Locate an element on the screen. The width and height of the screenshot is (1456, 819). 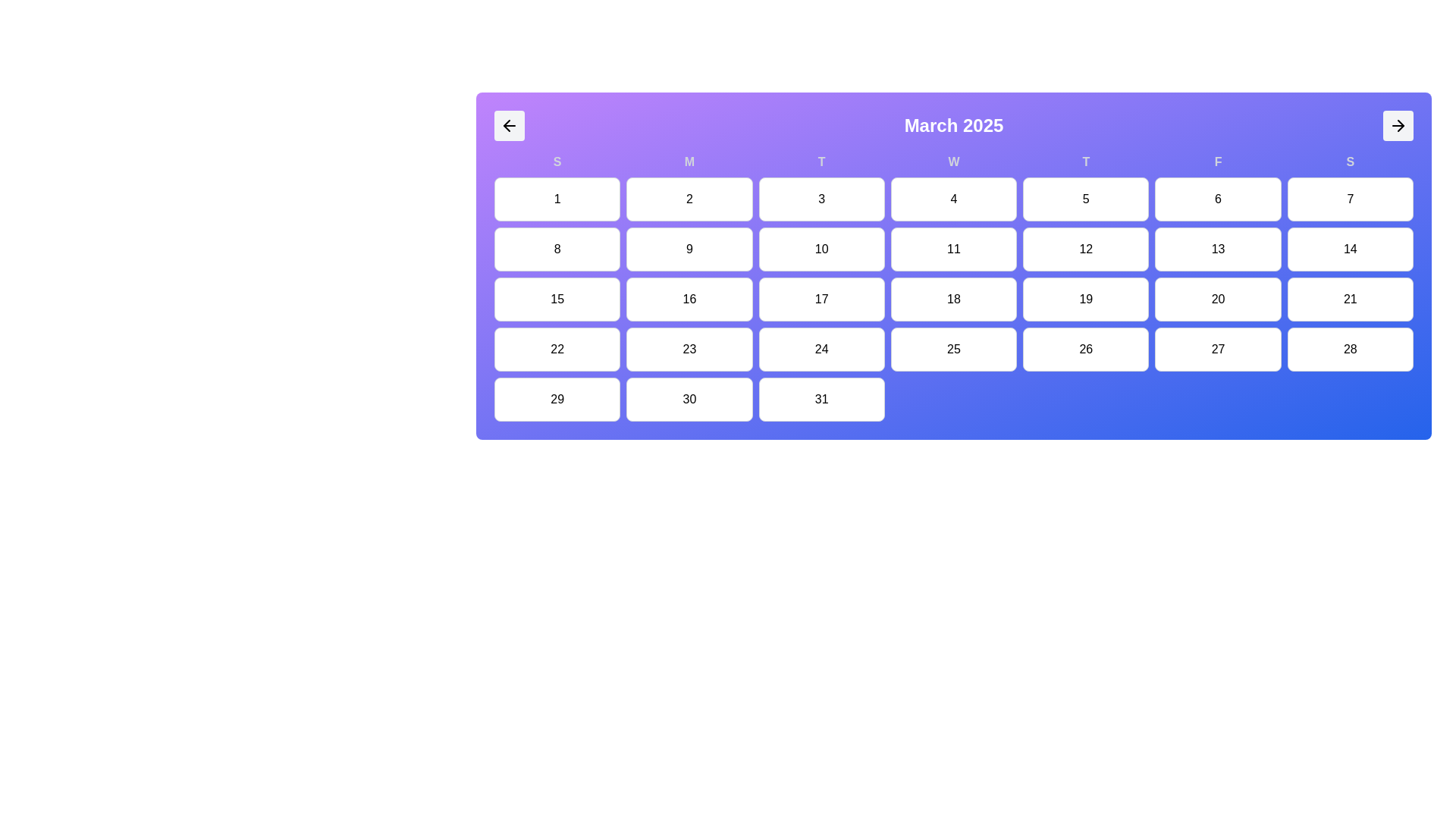
the text label displaying the character 'W' in bold font style, which is part of the calendar header for the days of the week, positioned above the calendar grid is located at coordinates (952, 162).